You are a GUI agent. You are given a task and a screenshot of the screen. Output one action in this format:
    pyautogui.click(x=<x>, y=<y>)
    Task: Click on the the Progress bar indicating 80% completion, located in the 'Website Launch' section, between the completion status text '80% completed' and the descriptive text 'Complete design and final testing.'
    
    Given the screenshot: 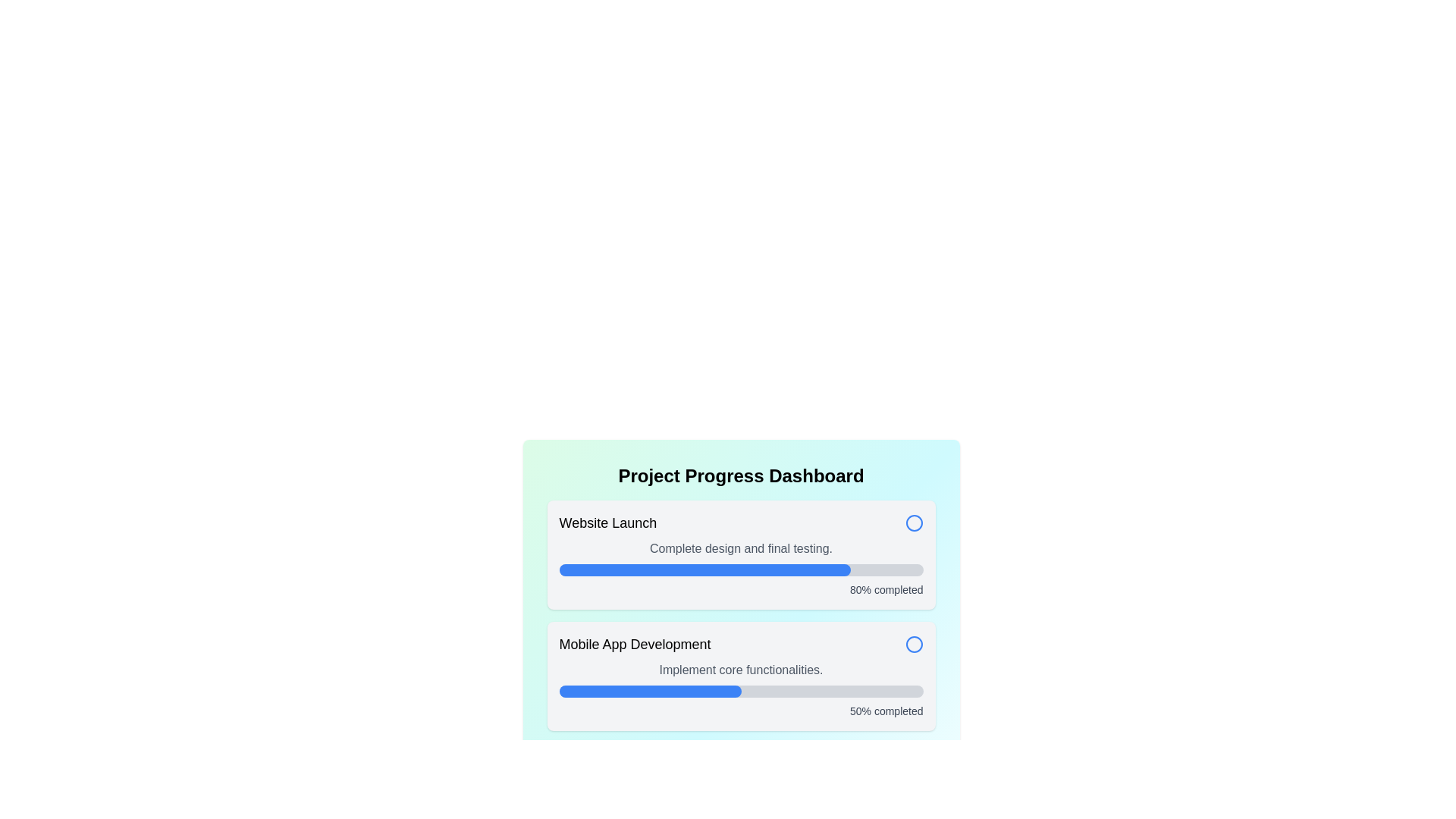 What is the action you would take?
    pyautogui.click(x=741, y=570)
    